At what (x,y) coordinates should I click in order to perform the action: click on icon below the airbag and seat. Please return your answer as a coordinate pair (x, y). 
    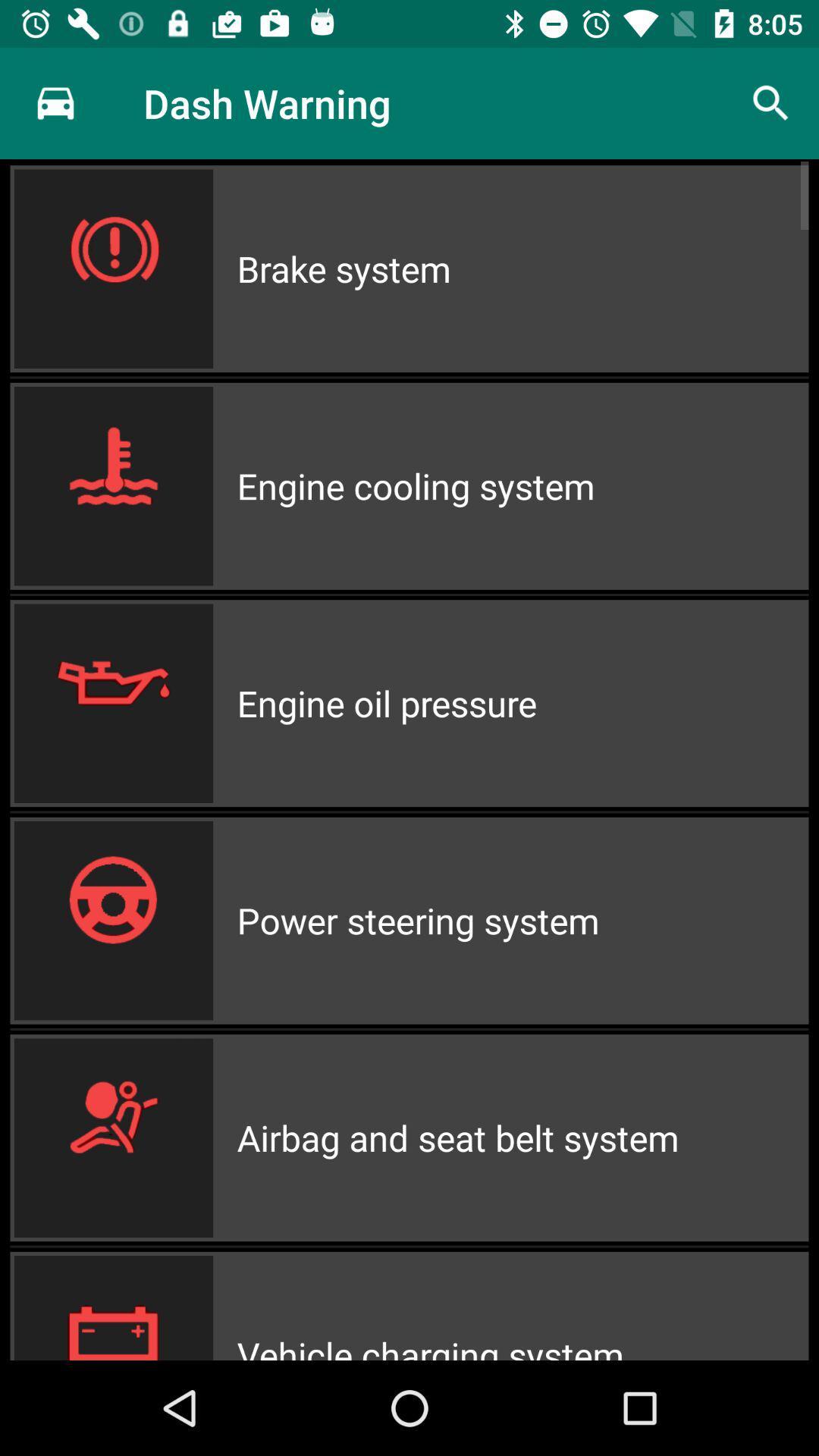
    Looking at the image, I should click on (522, 1305).